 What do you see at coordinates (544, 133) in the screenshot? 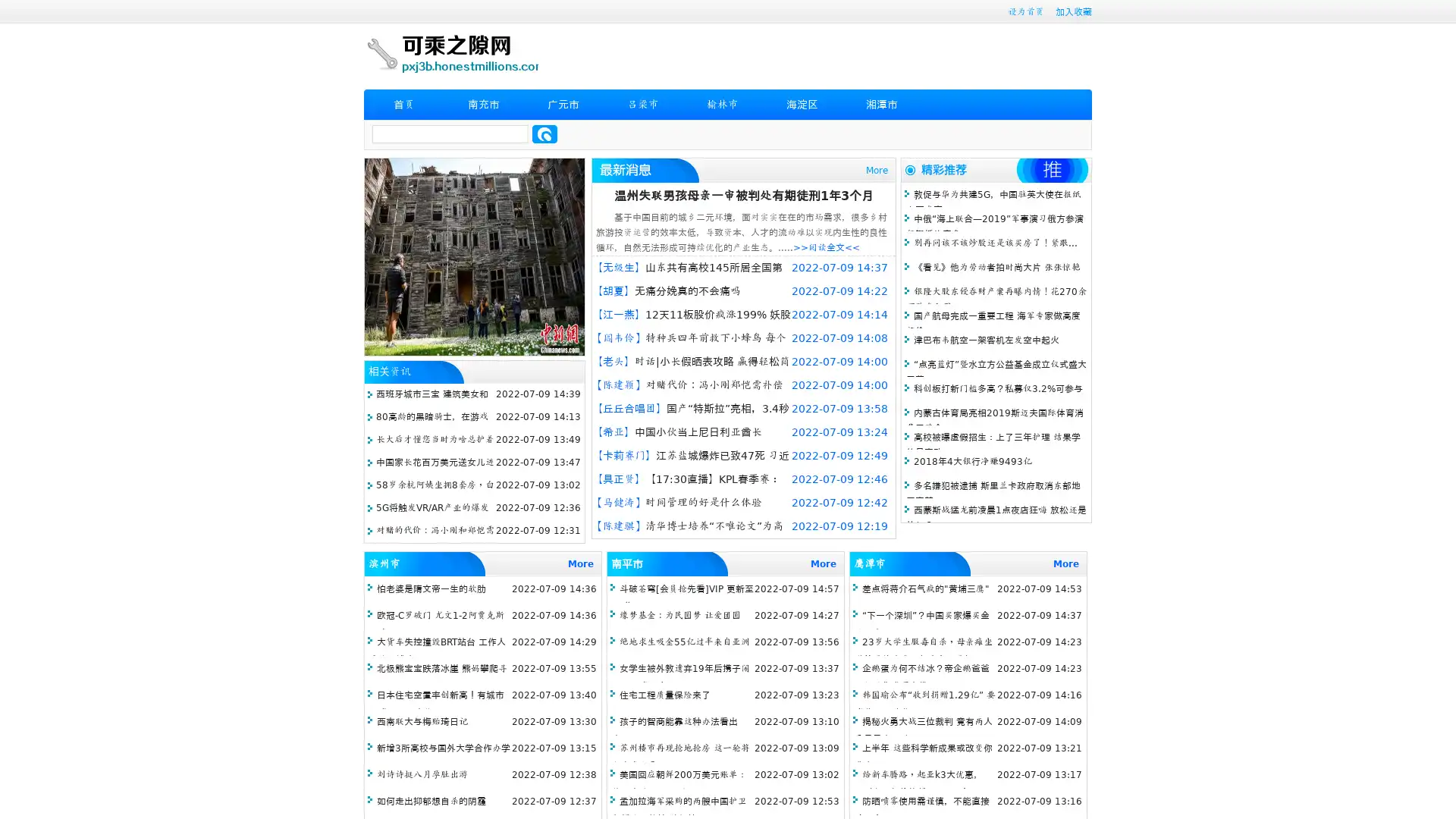
I see `Search` at bounding box center [544, 133].